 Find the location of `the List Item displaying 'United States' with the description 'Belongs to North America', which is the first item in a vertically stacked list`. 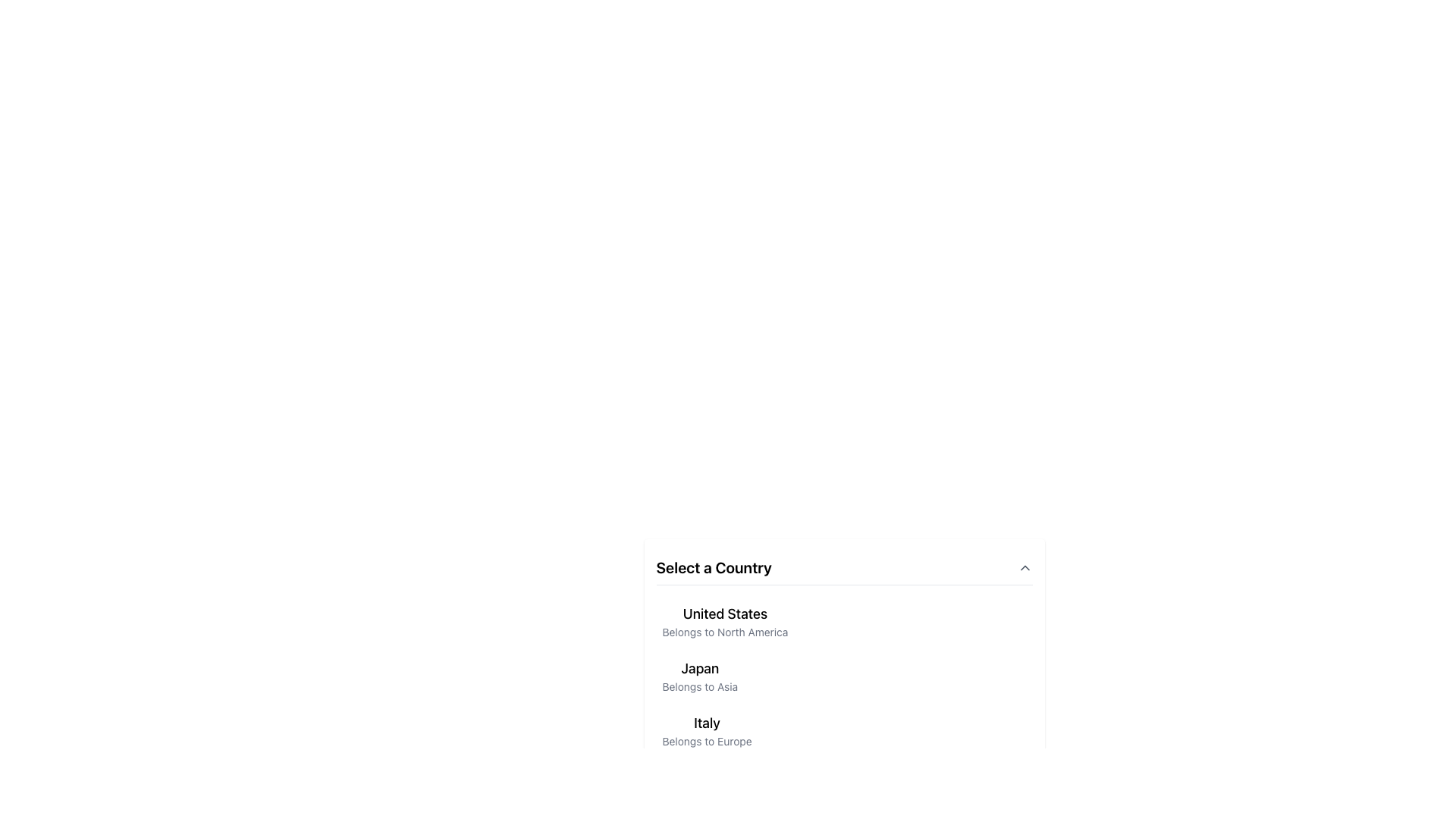

the List Item displaying 'United States' with the description 'Belongs to North America', which is the first item in a vertically stacked list is located at coordinates (843, 622).